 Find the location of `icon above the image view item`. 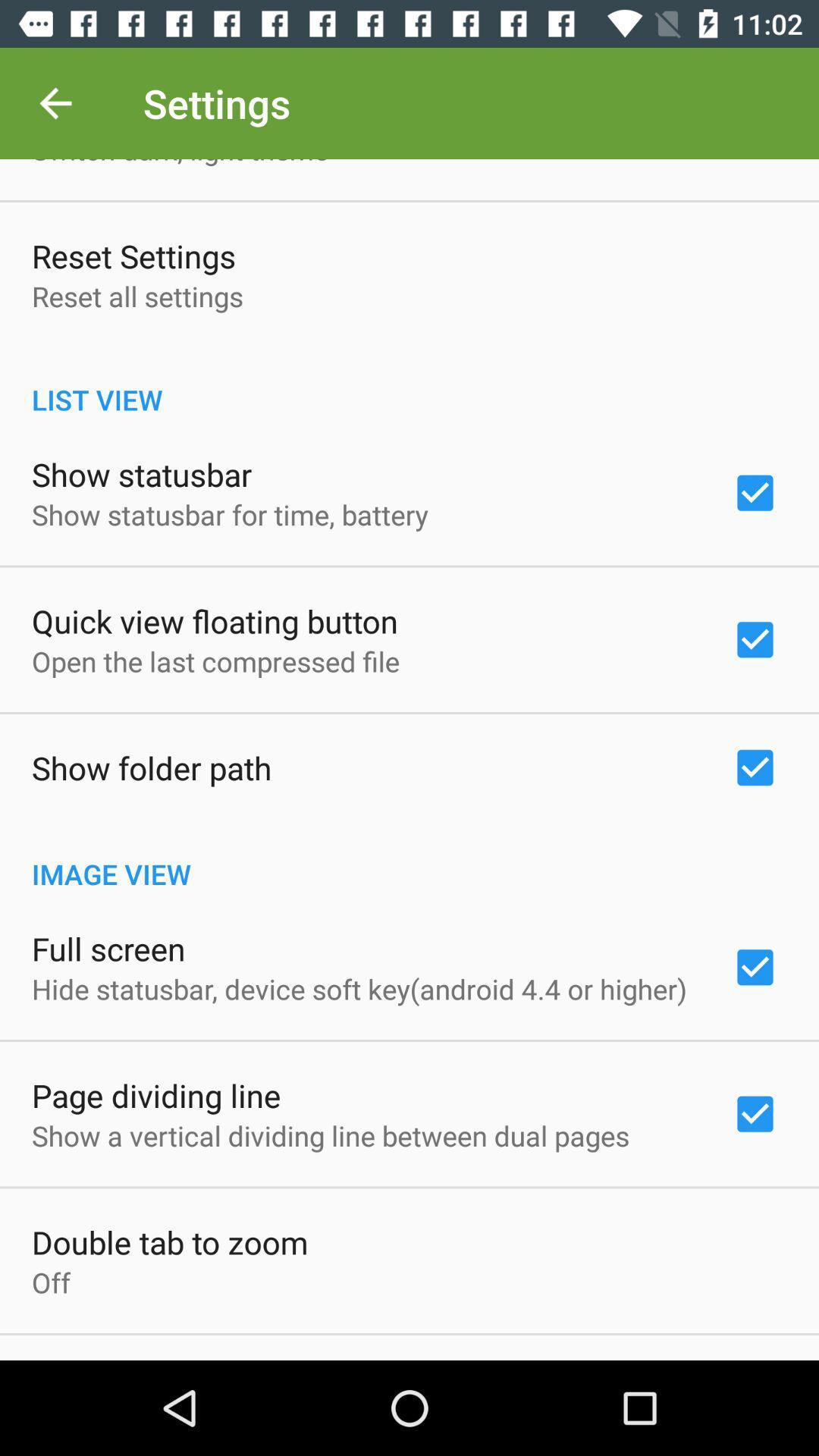

icon above the image view item is located at coordinates (152, 767).